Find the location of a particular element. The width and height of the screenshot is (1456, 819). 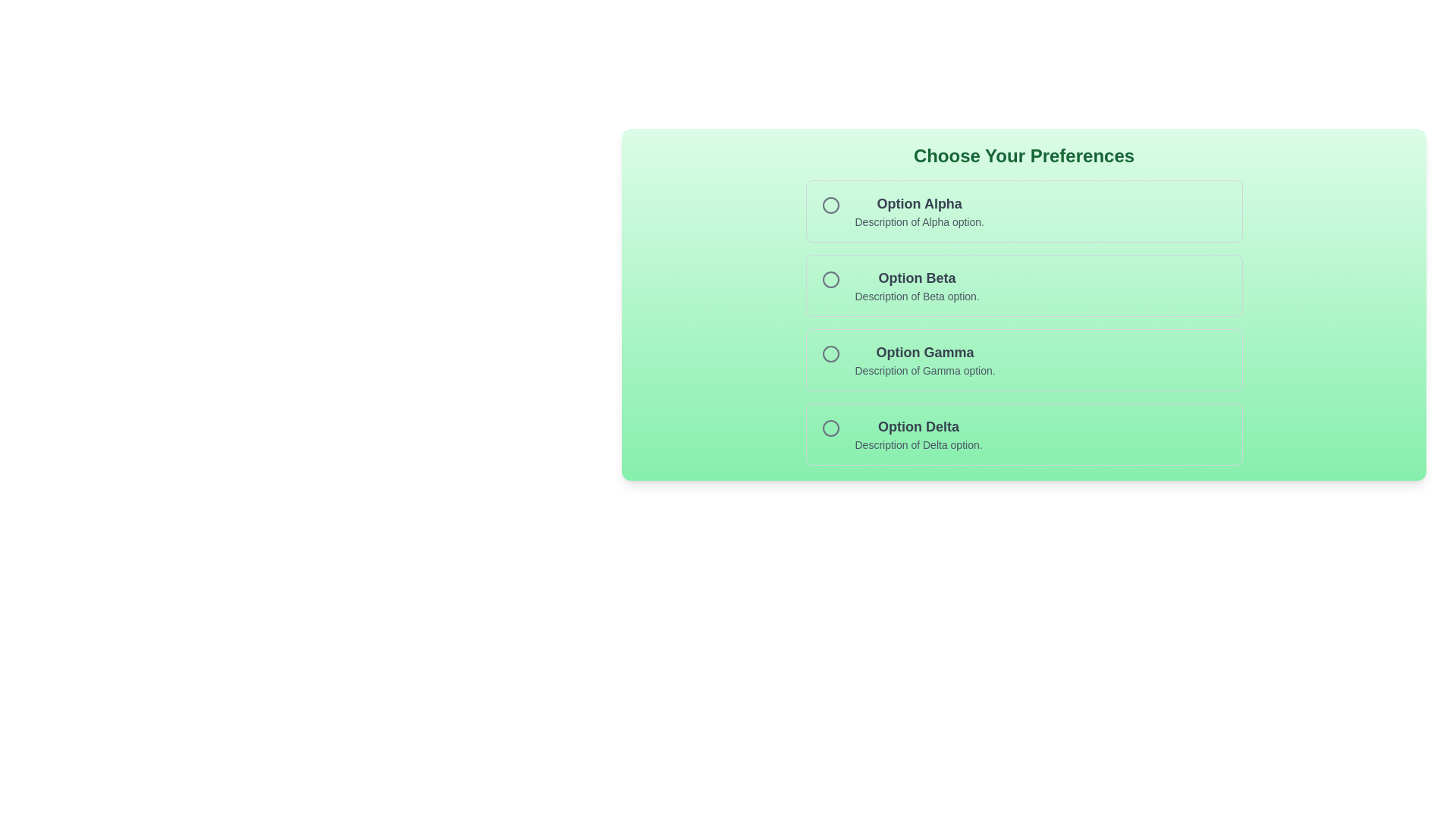

text label 'Option Alpha' which is prominently displayed in bold dark gray font as the primary identifier of the associated option, located in the first option group under 'Choose Your Preferences' is located at coordinates (918, 203).